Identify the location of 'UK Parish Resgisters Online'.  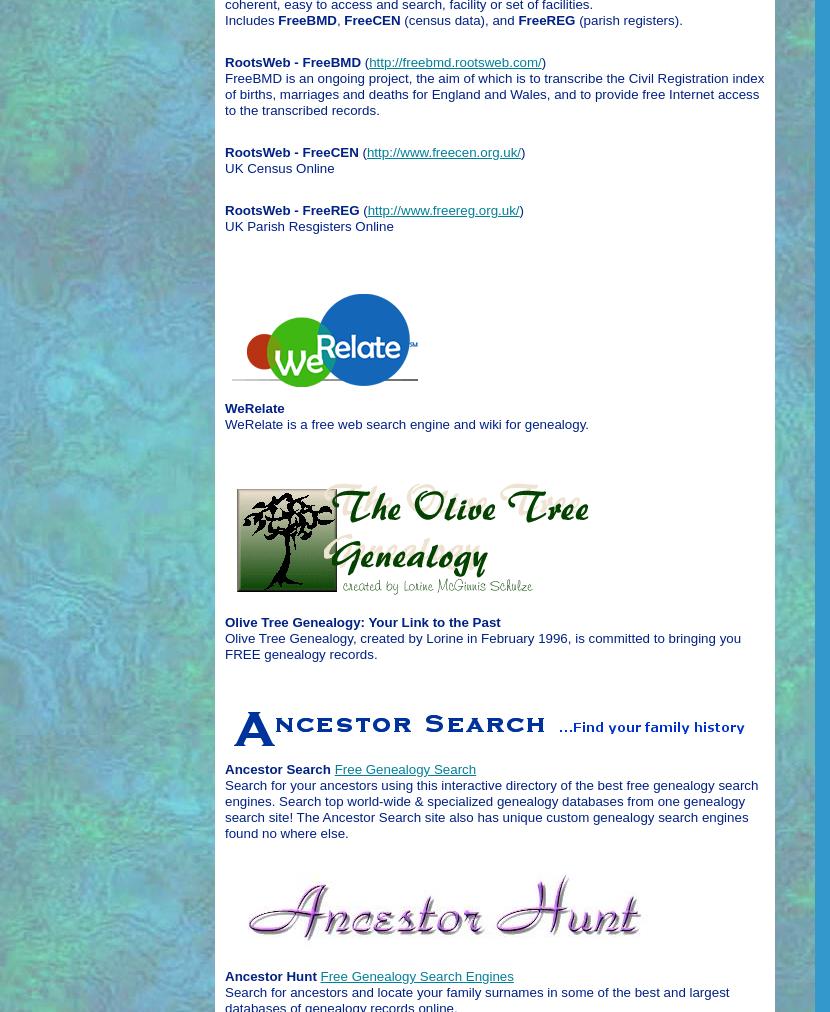
(308, 225).